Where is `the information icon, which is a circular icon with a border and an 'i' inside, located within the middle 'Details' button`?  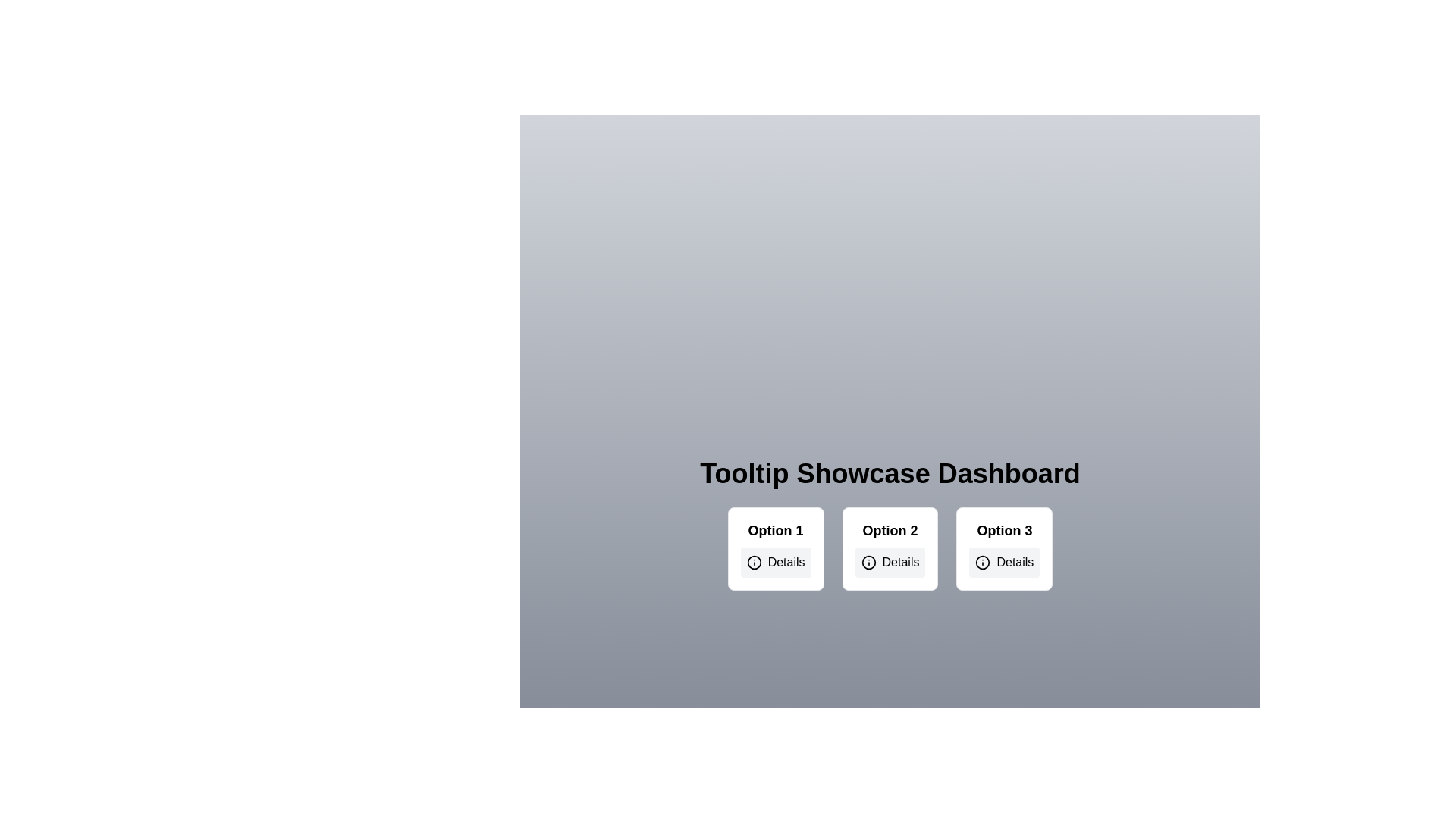 the information icon, which is a circular icon with a border and an 'i' inside, located within the middle 'Details' button is located at coordinates (868, 562).